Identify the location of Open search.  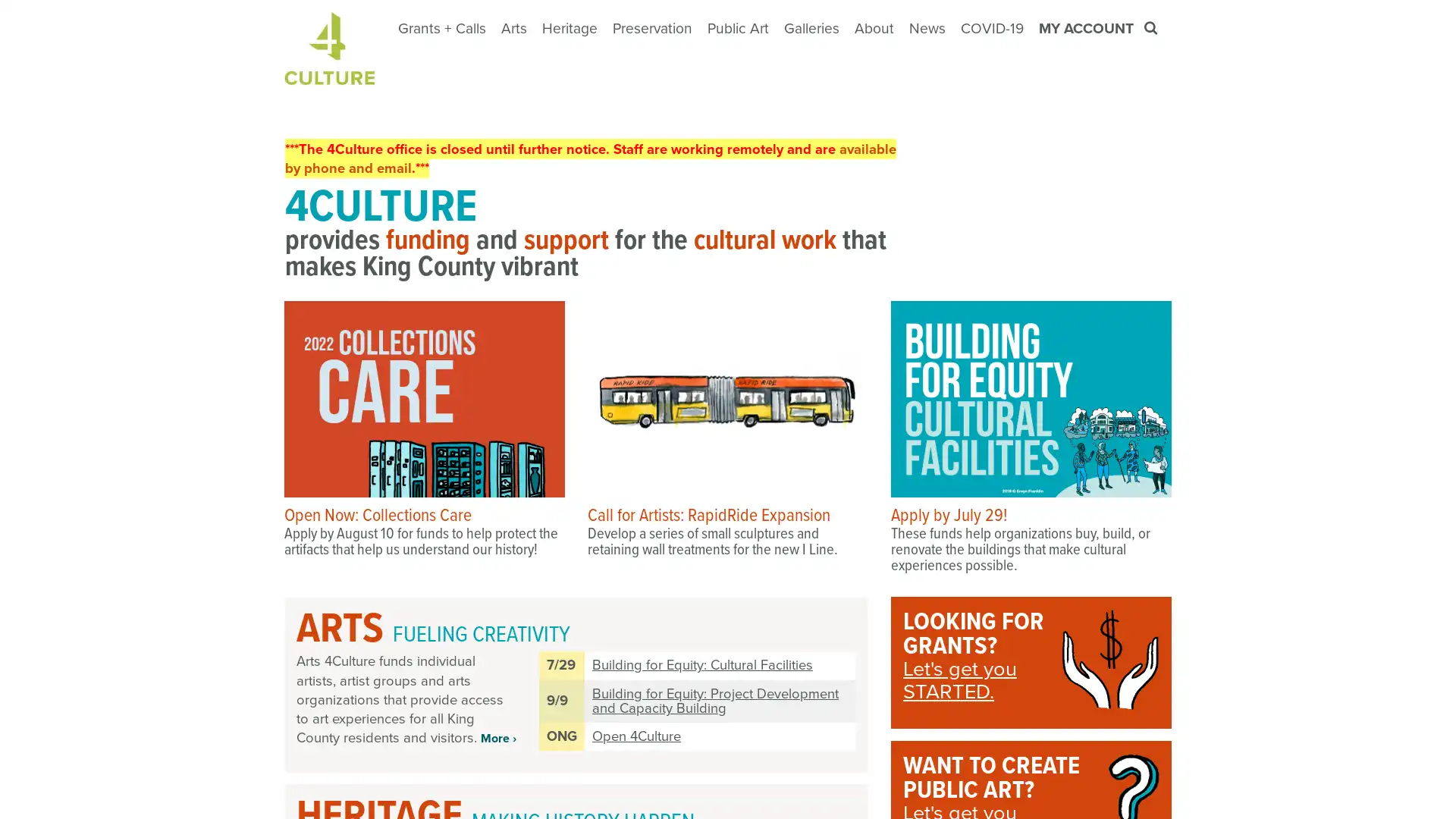
(1152, 28).